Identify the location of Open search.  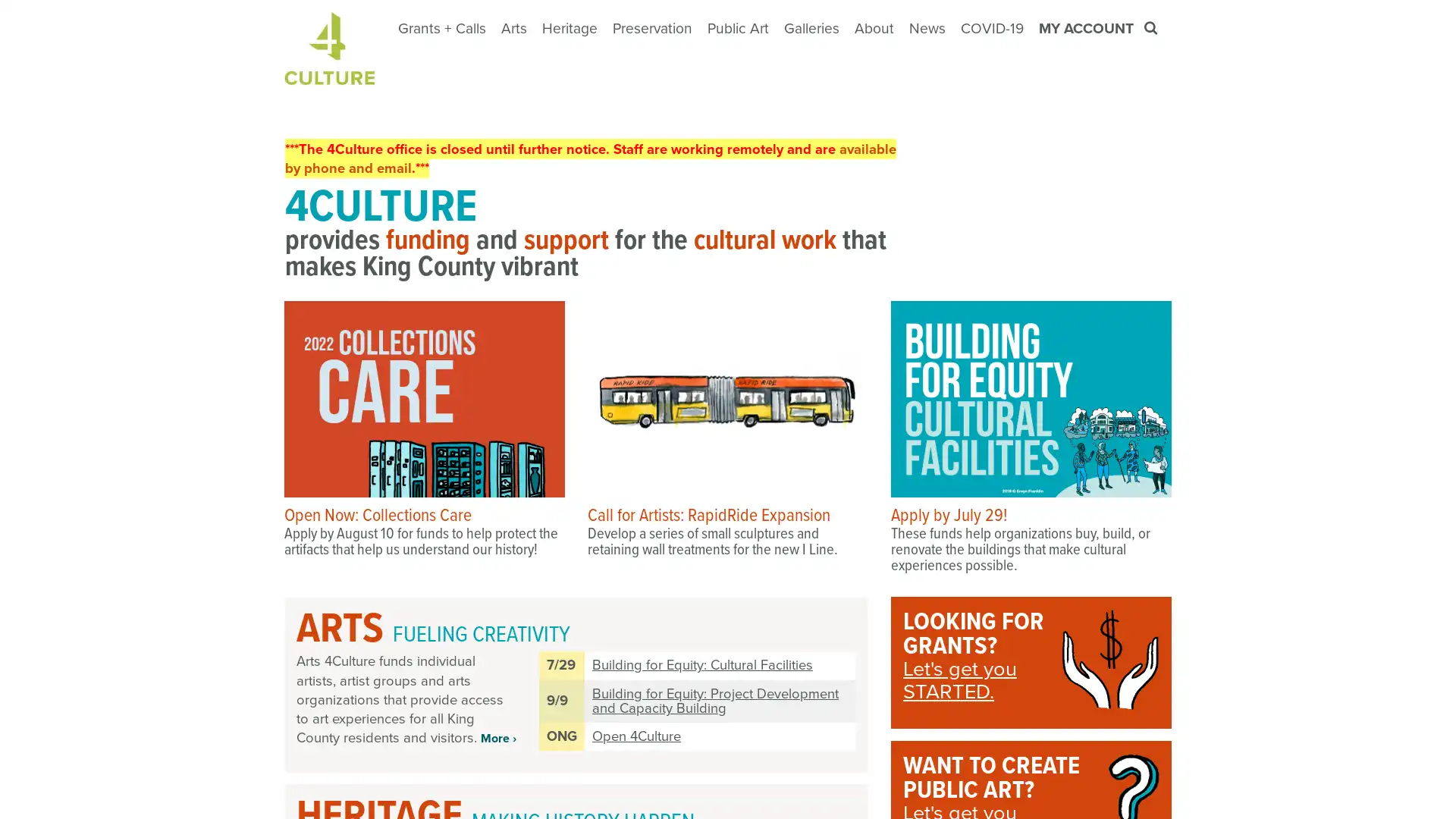
(1152, 28).